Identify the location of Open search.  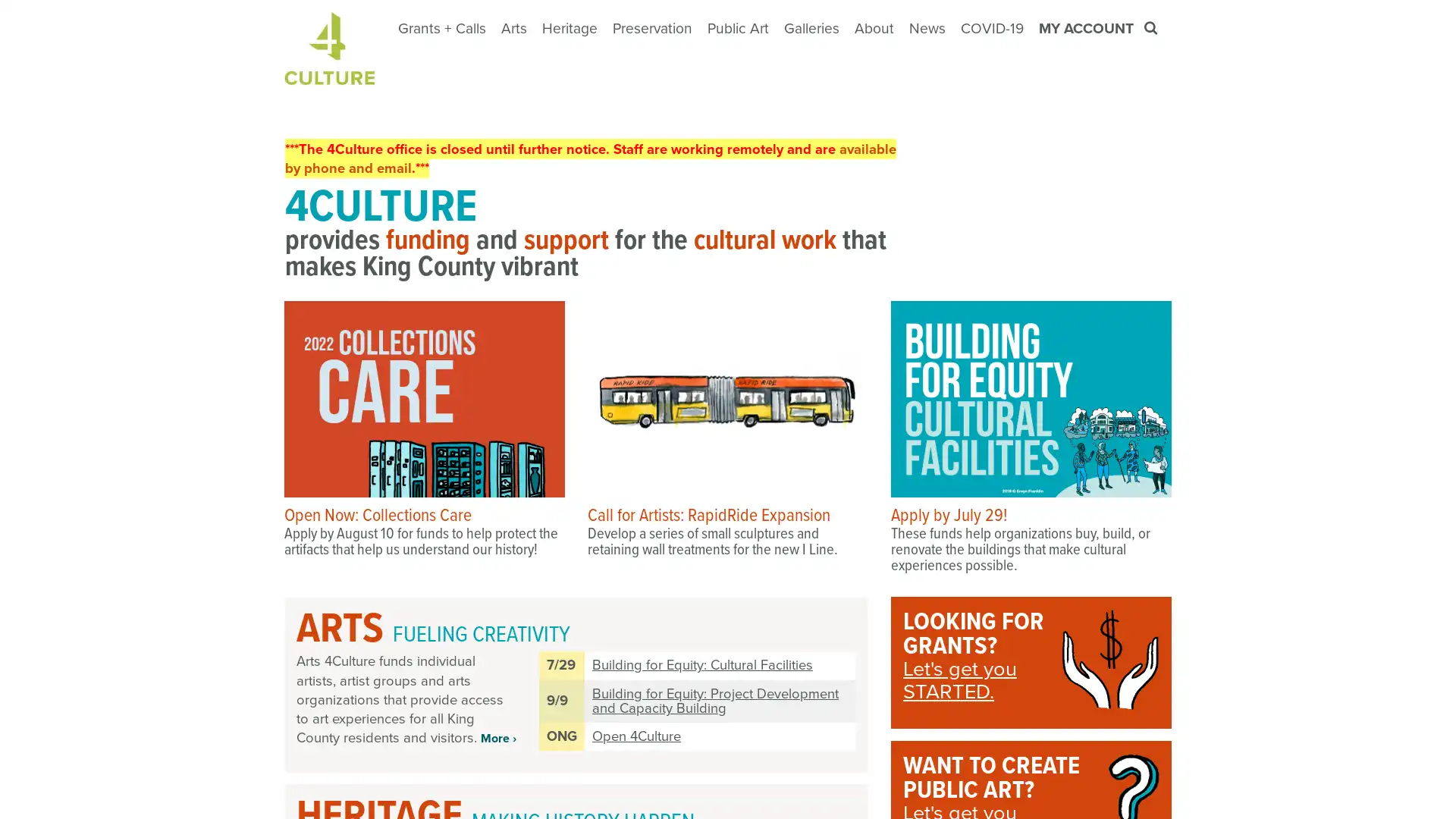
(1152, 28).